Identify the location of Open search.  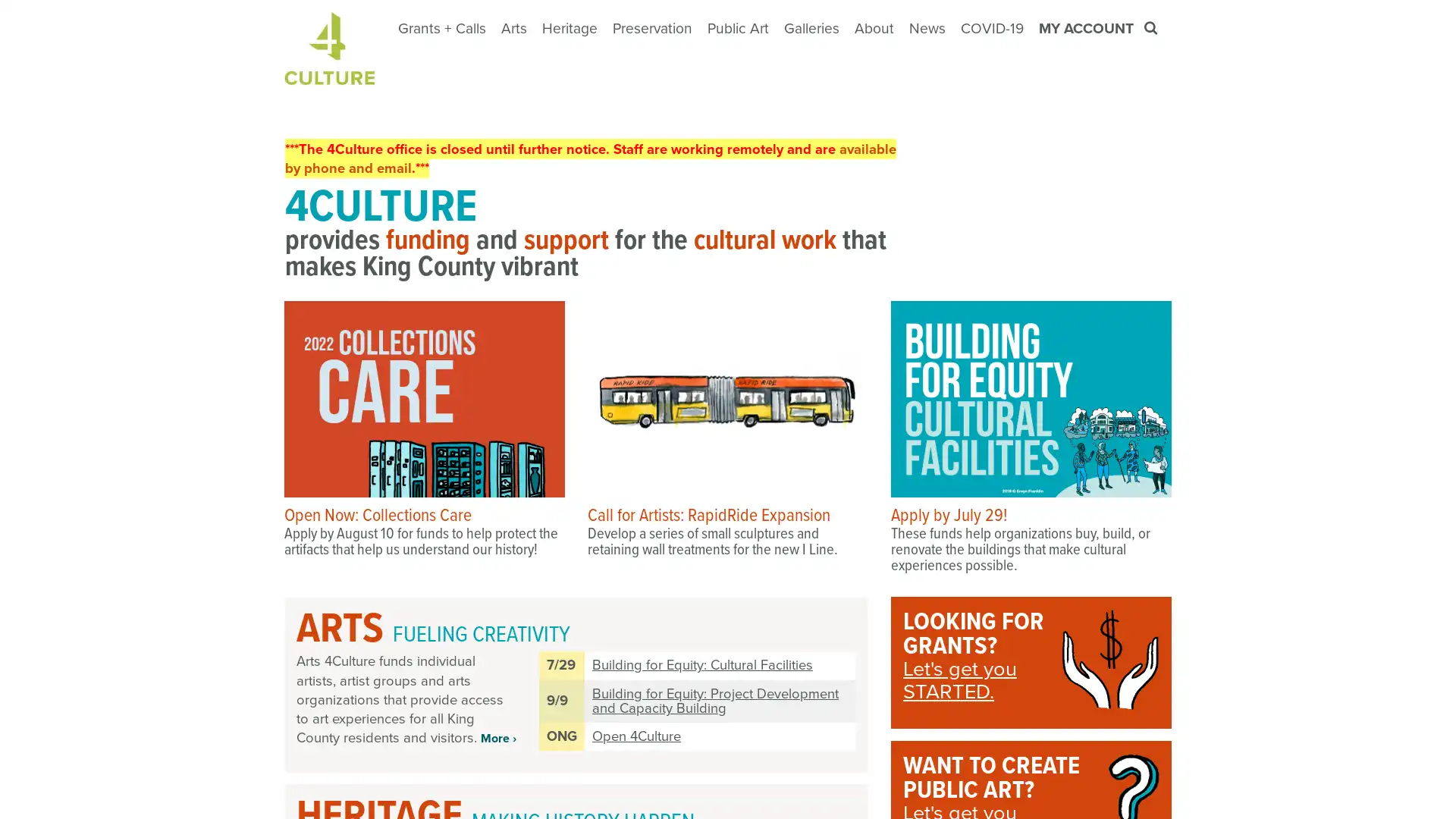
(1152, 28).